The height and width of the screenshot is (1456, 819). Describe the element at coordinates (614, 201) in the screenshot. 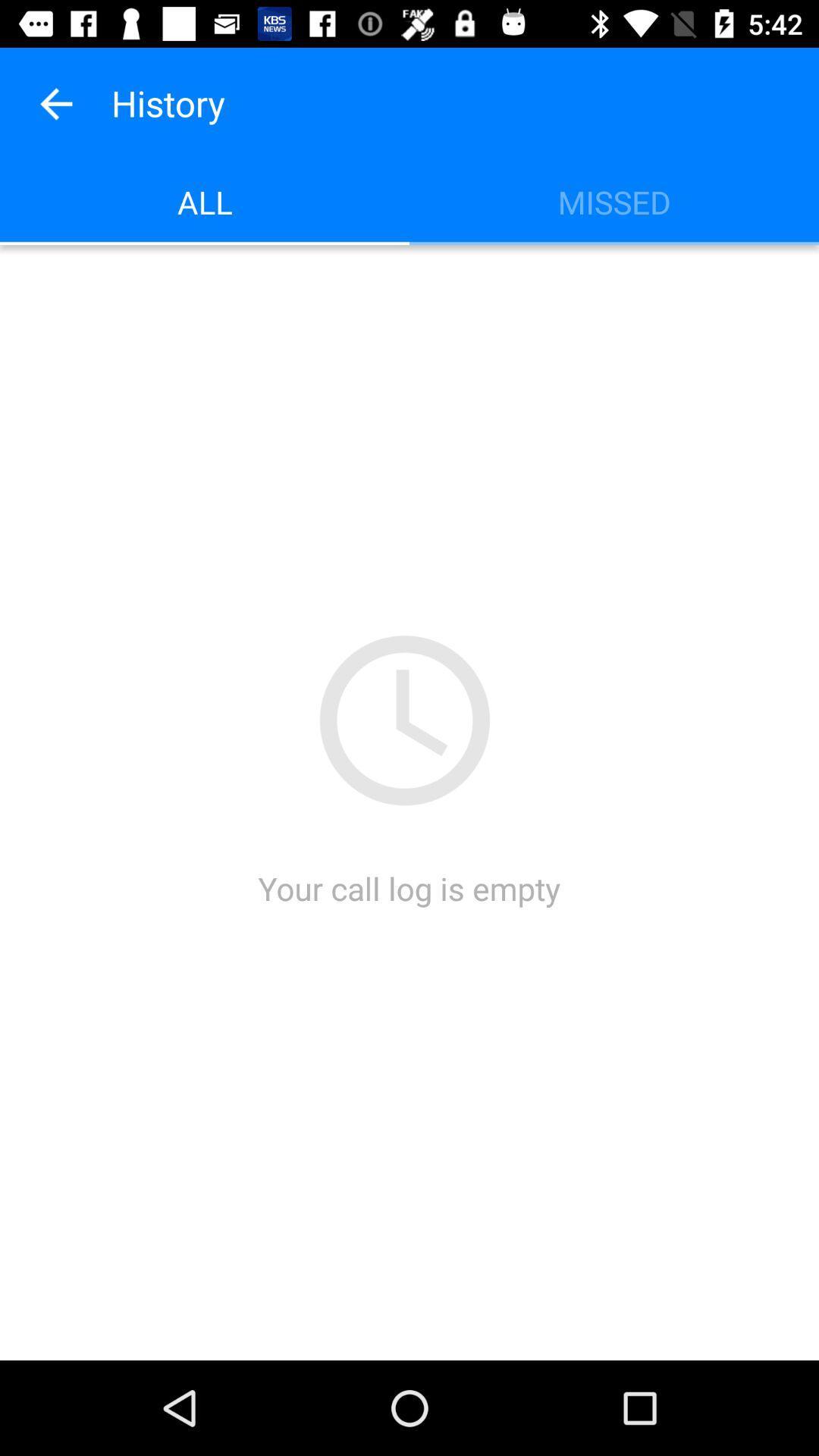

I see `missed` at that location.